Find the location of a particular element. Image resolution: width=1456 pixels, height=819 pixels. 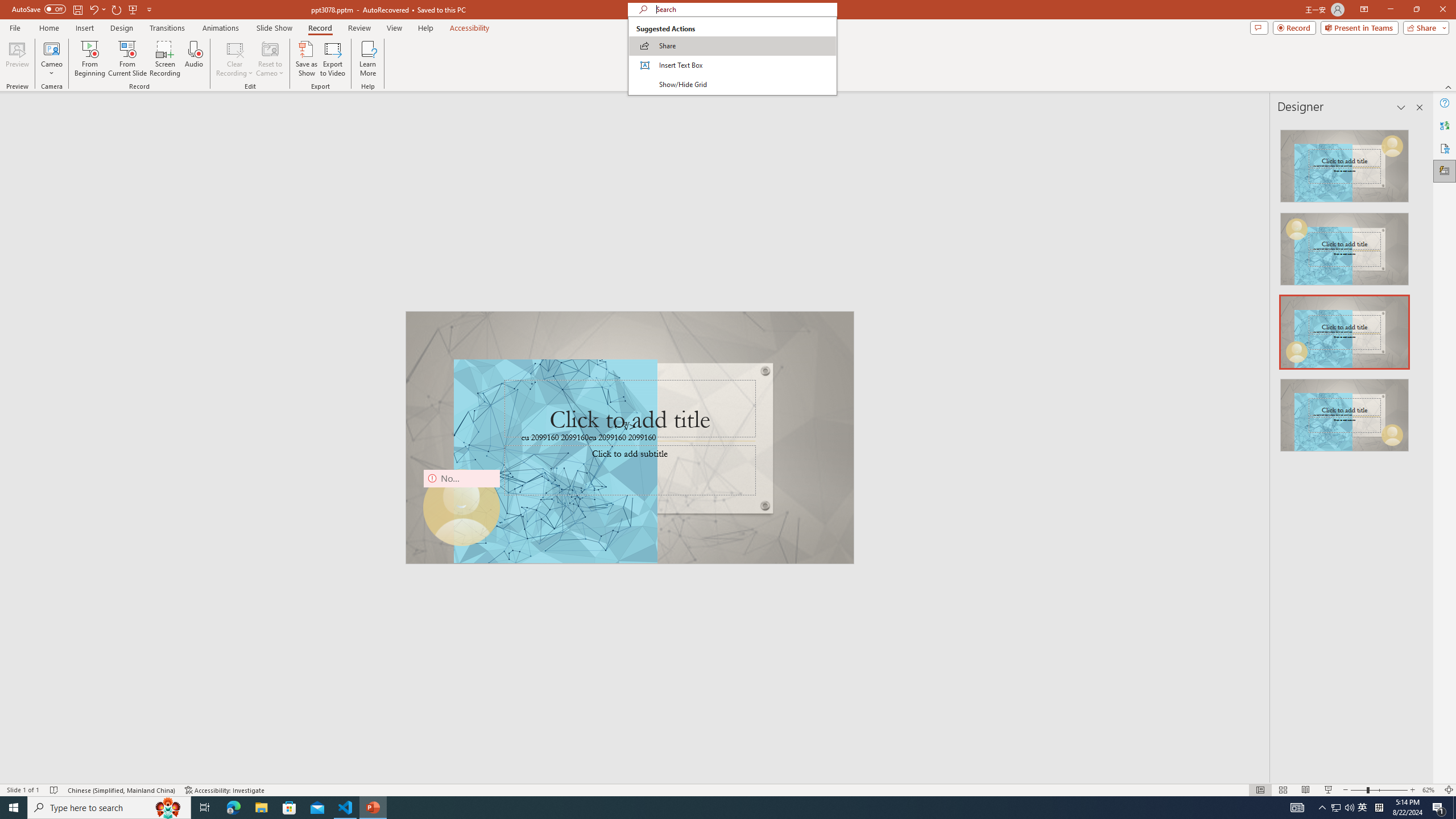

'Insert Text Box' is located at coordinates (732, 65).